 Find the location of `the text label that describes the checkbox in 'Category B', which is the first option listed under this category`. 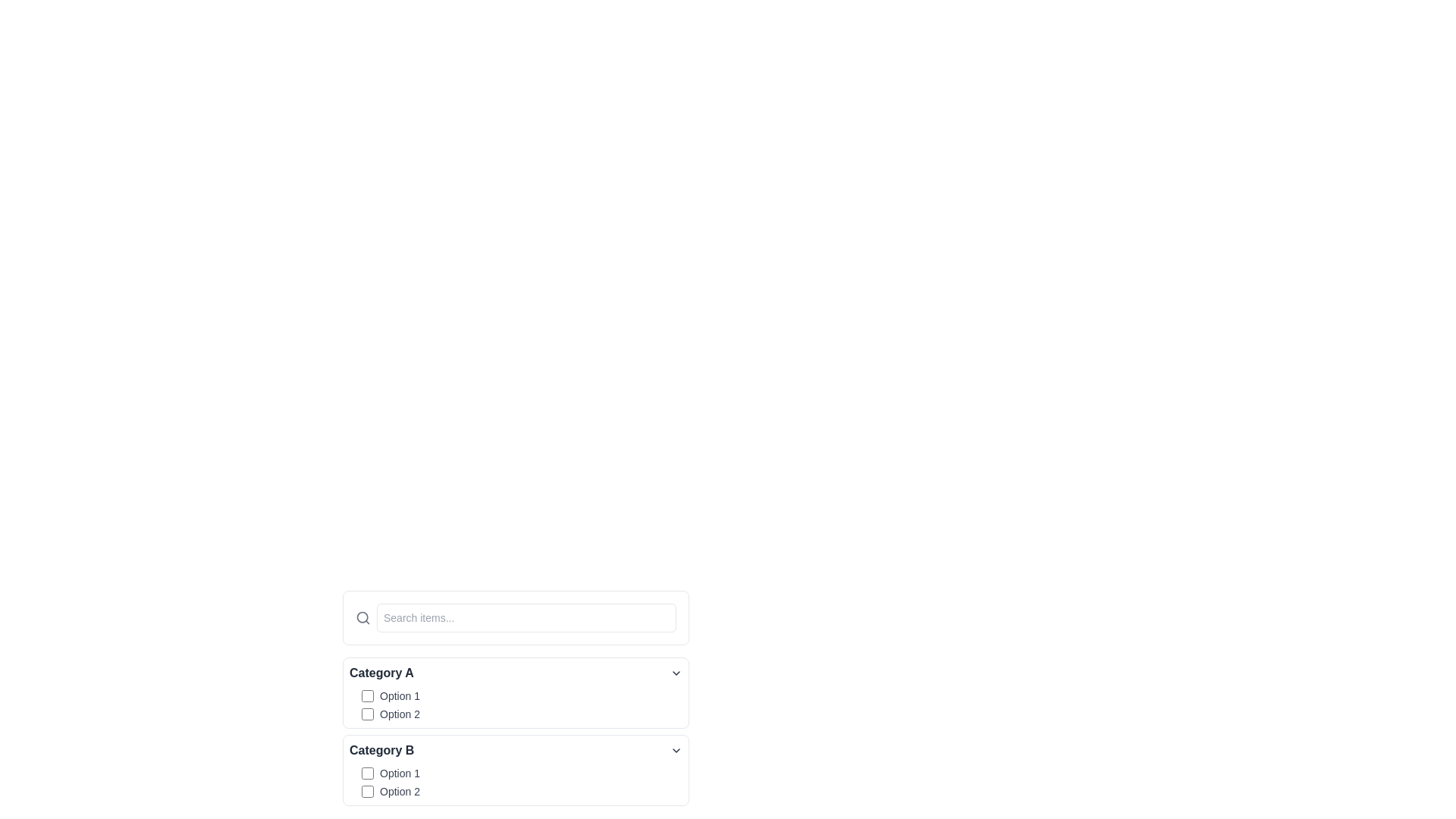

the text label that describes the checkbox in 'Category B', which is the first option listed under this category is located at coordinates (400, 773).